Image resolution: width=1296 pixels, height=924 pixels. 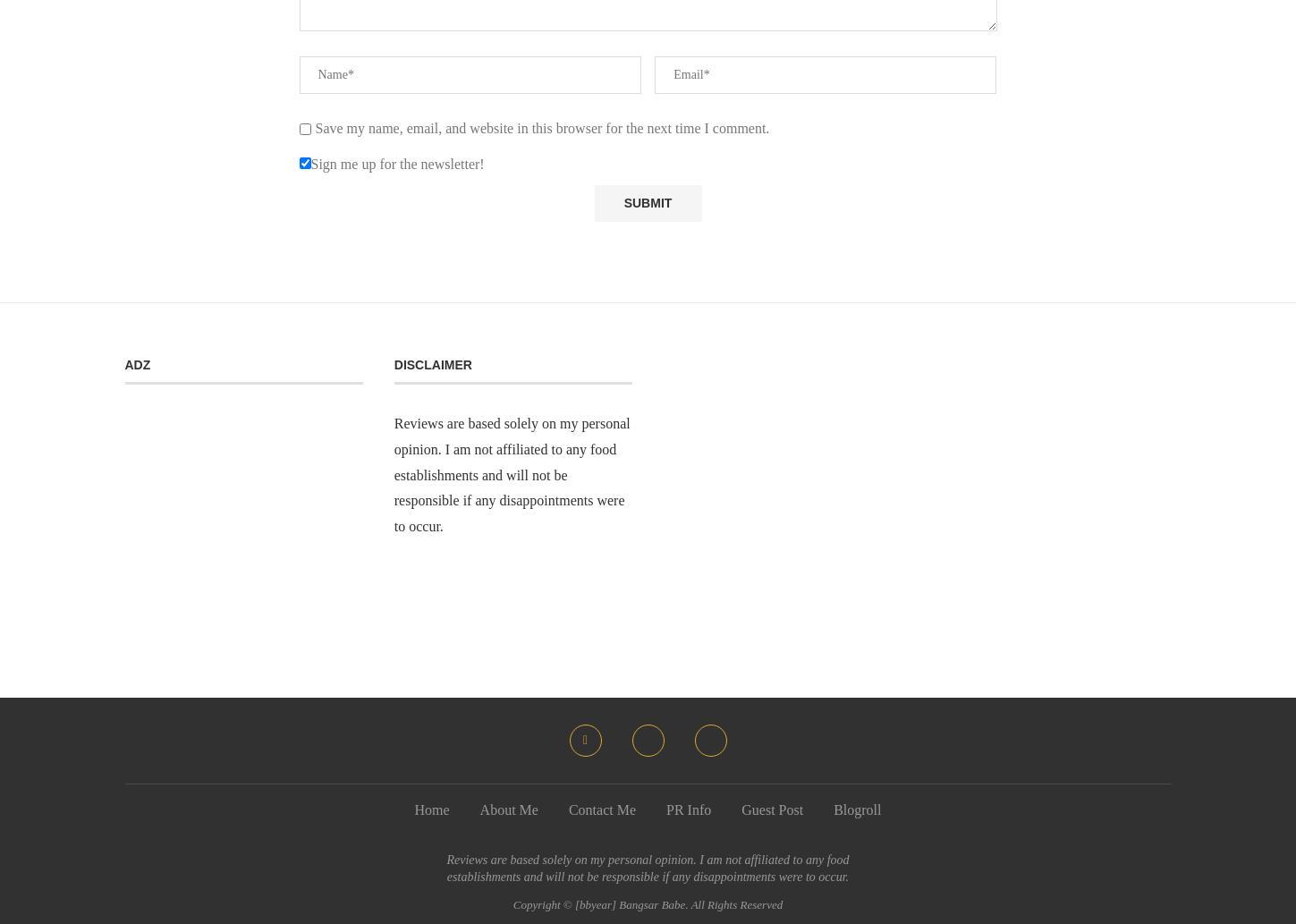 I want to click on 'Sign me up for the newsletter!', so click(x=396, y=163).